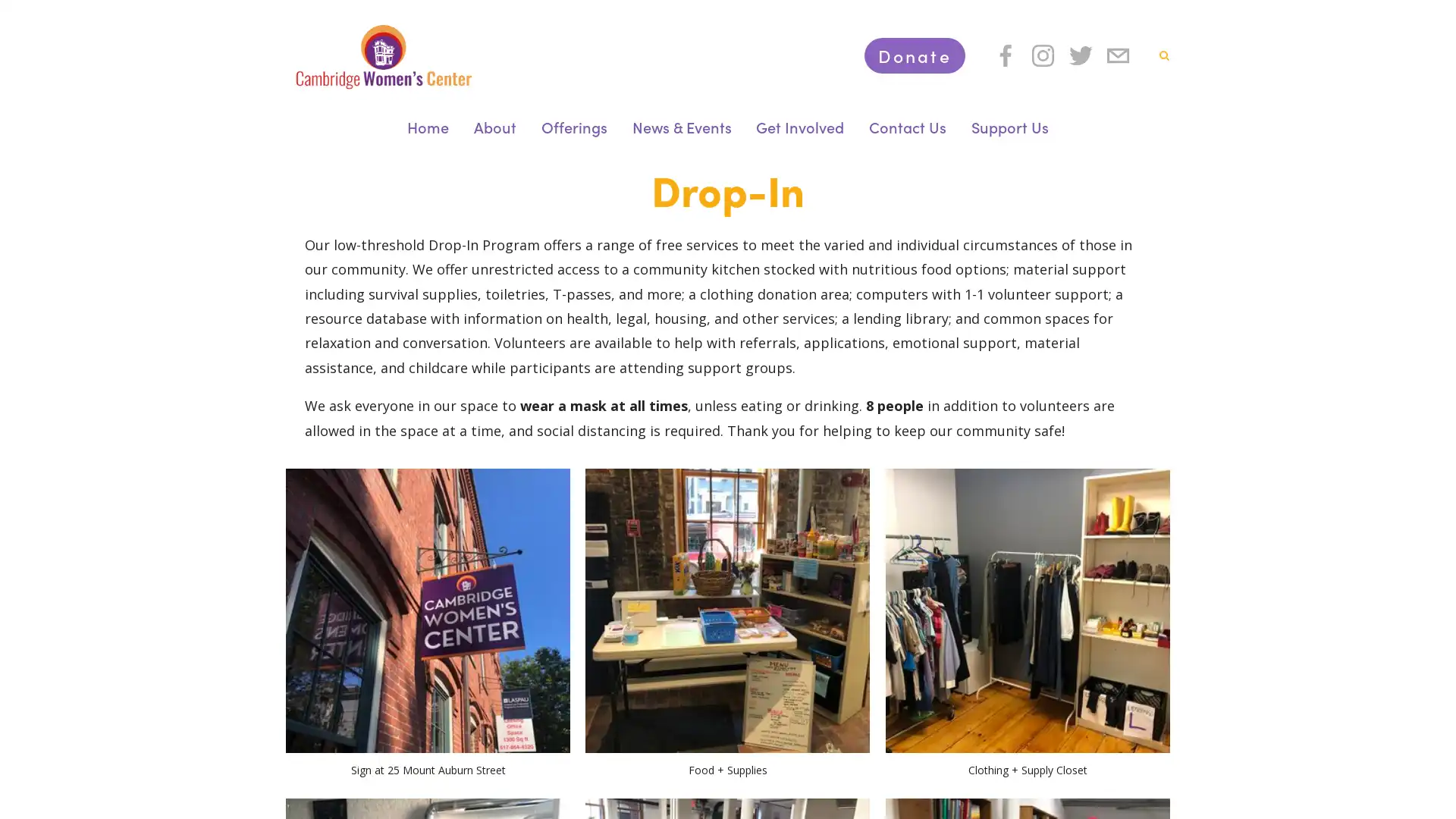 The image size is (1456, 819). What do you see at coordinates (726, 610) in the screenshot?
I see `View fullsize Food + Supplies` at bounding box center [726, 610].